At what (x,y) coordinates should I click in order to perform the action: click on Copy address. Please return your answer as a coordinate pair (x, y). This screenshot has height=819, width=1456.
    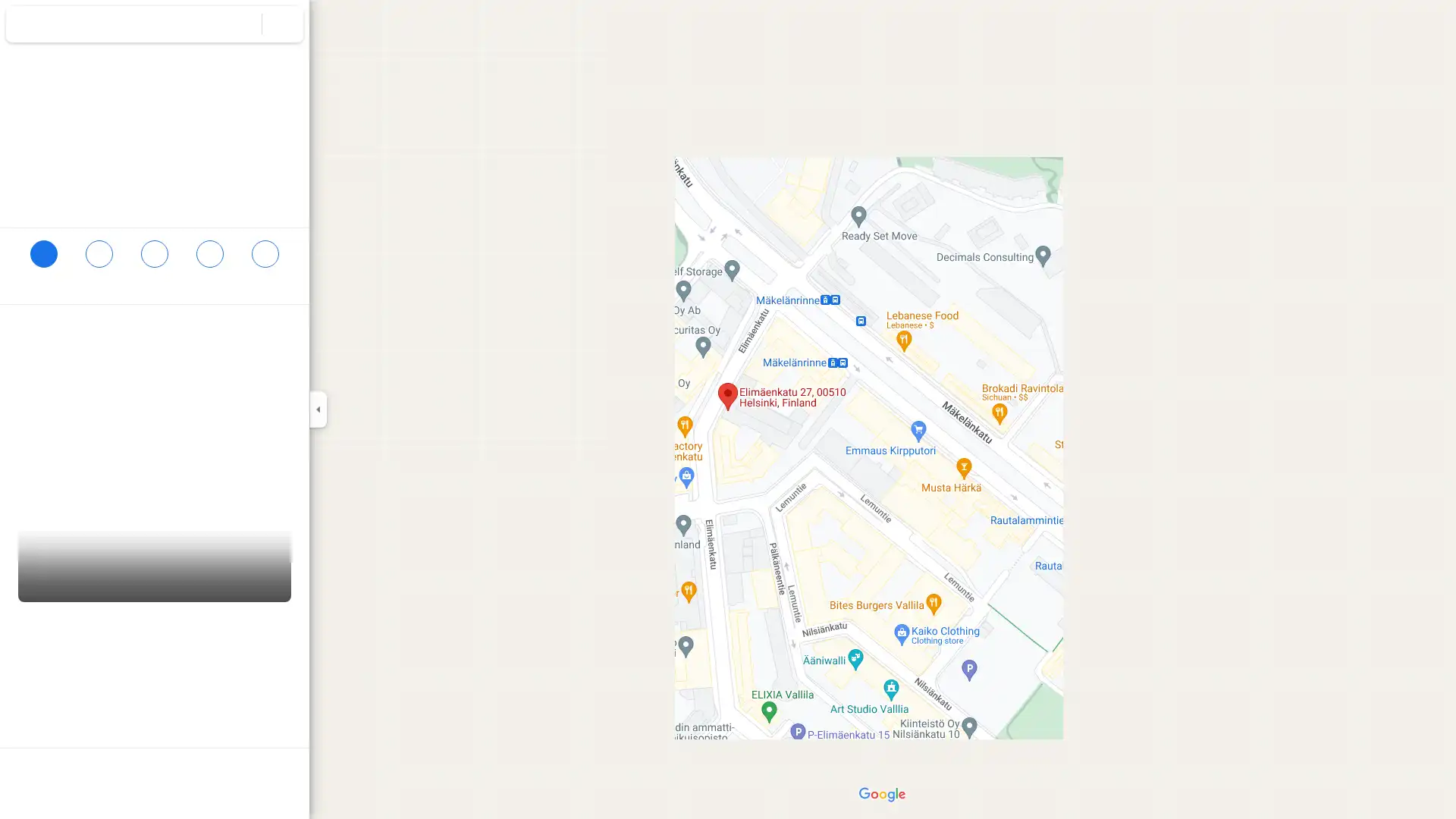
    Looking at the image, I should click on (281, 331).